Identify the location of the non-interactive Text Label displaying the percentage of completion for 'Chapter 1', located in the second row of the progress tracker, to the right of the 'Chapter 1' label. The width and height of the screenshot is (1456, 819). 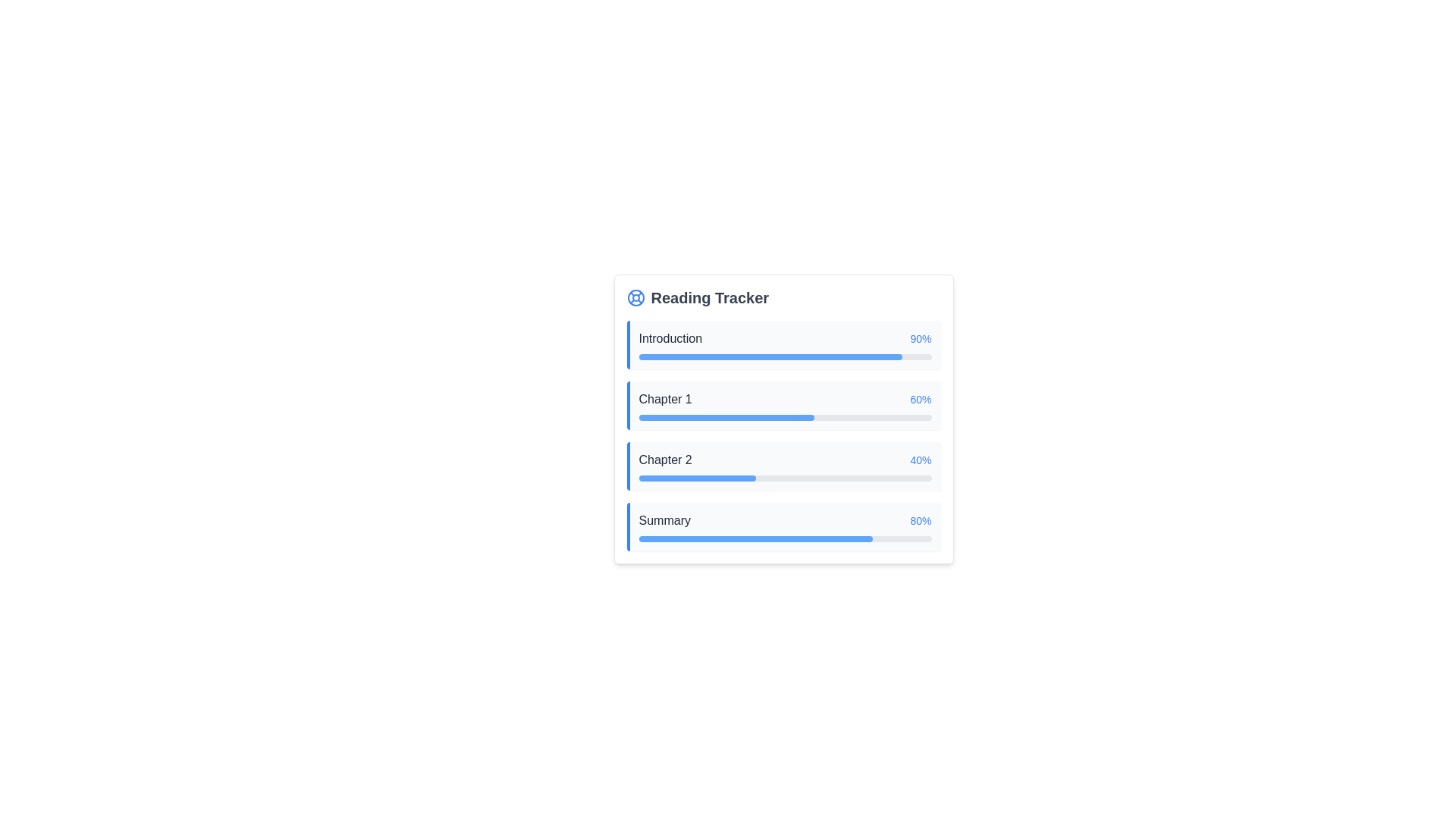
(920, 399).